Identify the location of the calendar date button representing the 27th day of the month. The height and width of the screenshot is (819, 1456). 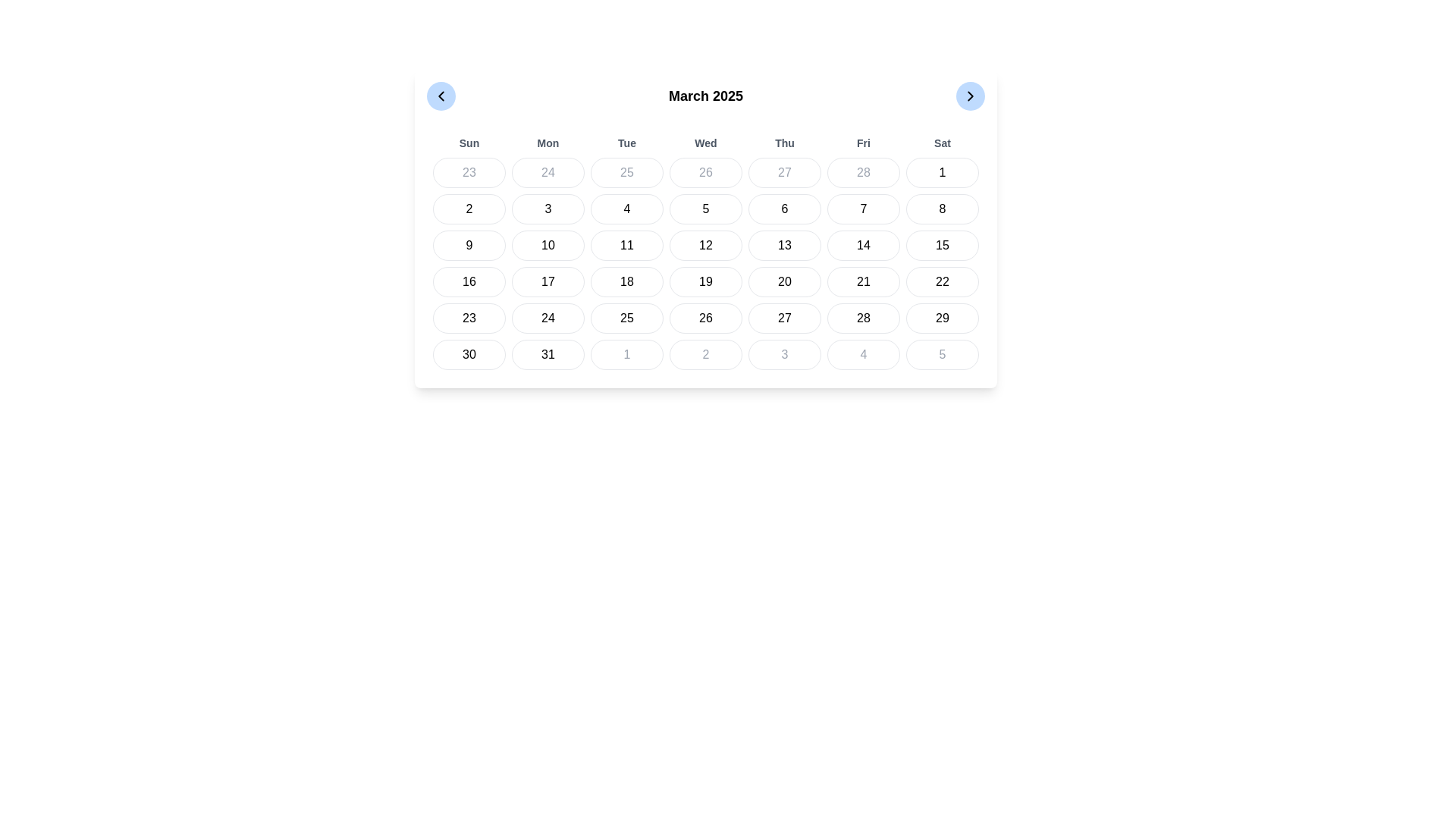
(785, 171).